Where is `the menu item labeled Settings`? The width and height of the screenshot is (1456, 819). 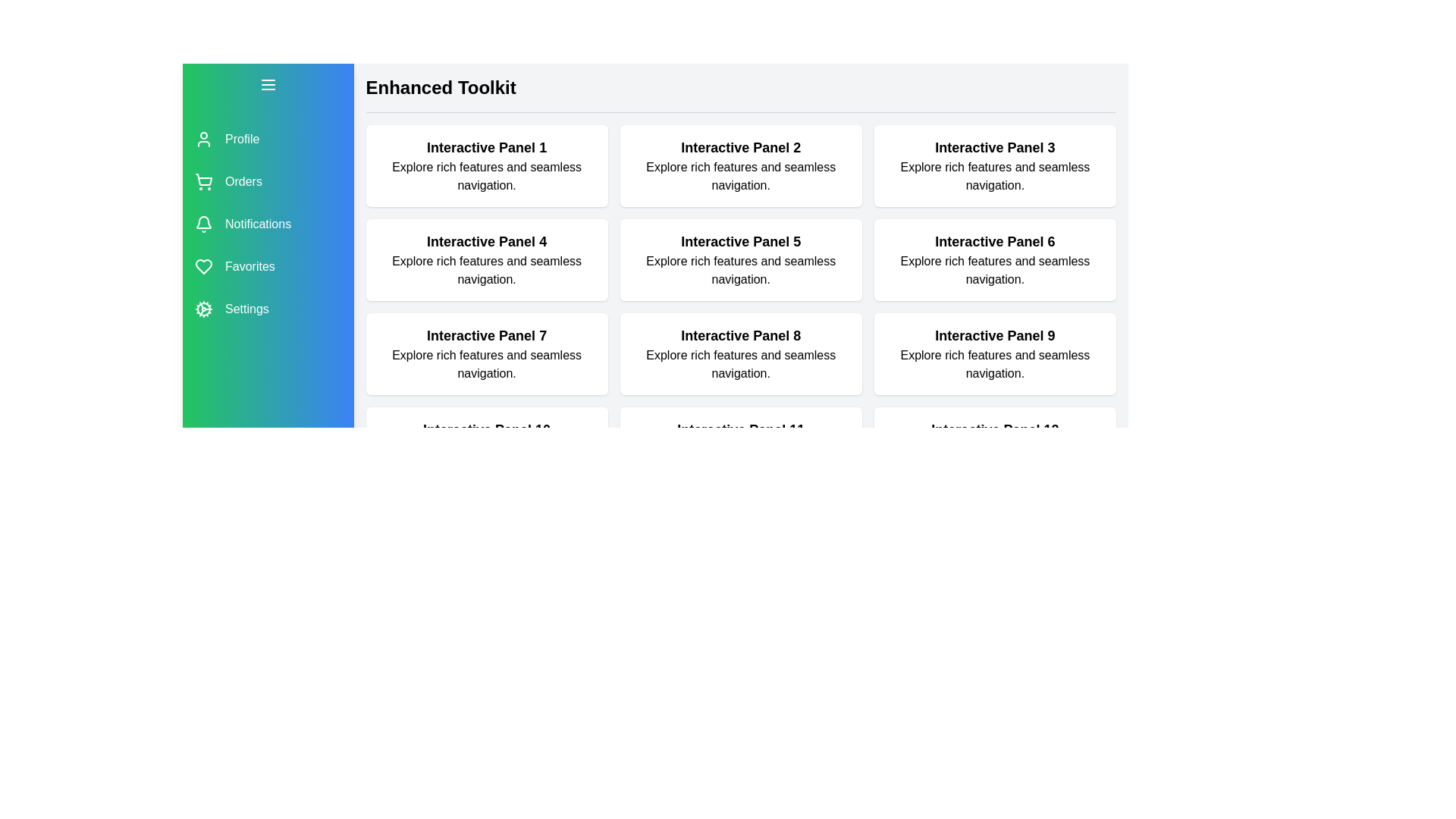 the menu item labeled Settings is located at coordinates (268, 309).